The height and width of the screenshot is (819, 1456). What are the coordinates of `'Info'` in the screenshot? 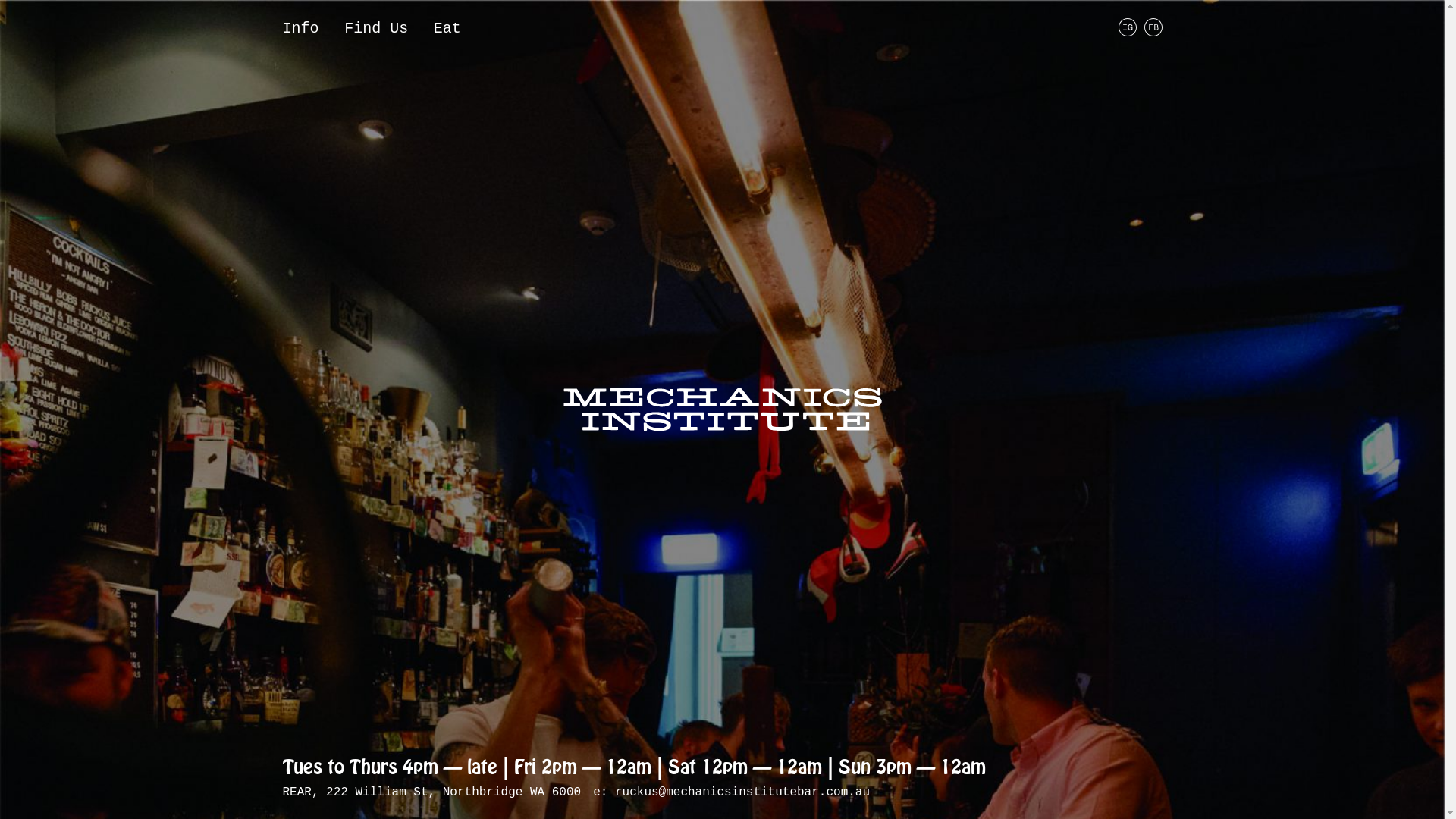 It's located at (300, 28).